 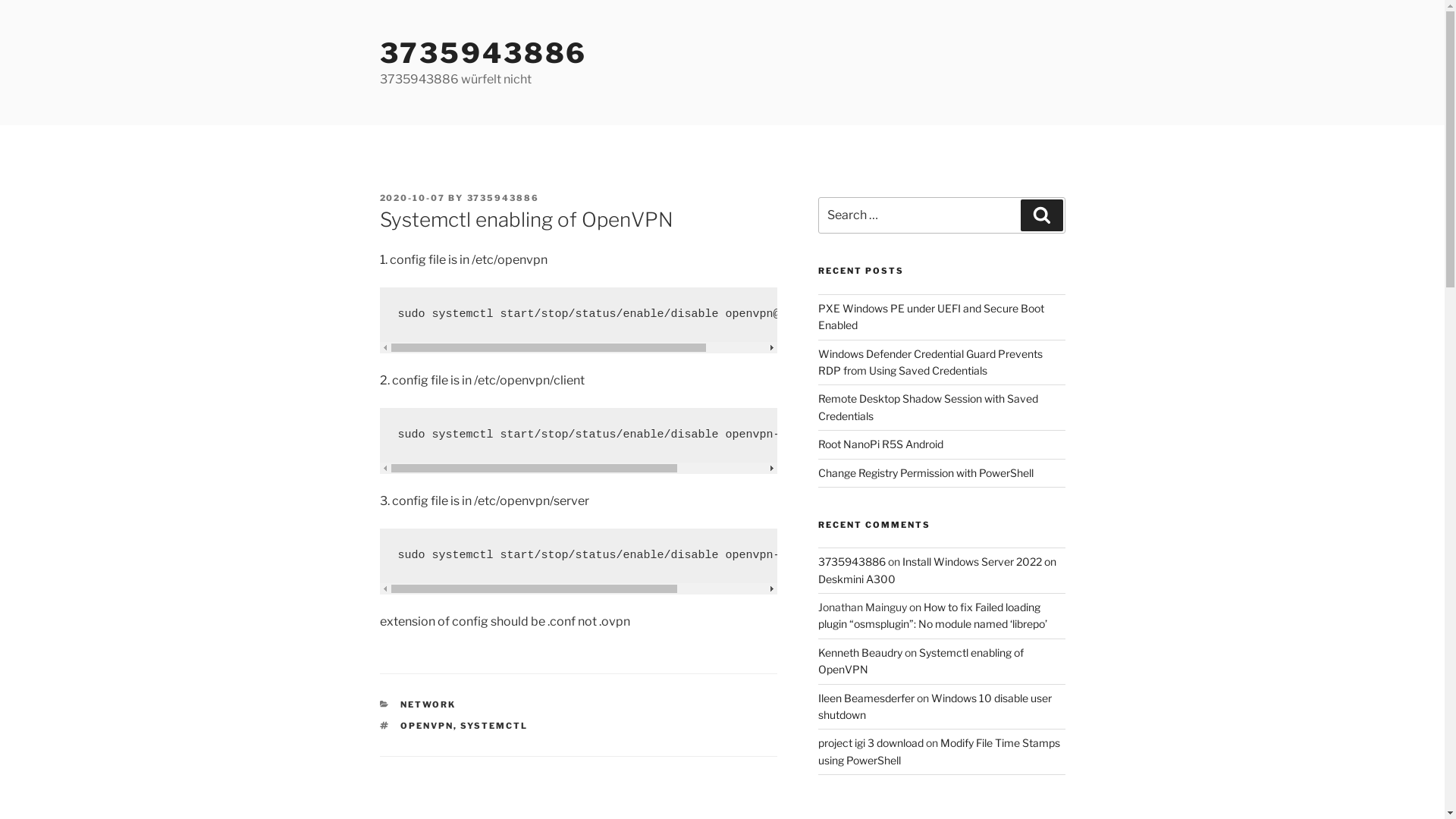 I want to click on 'Windows 10 disable user shutdown', so click(x=934, y=706).